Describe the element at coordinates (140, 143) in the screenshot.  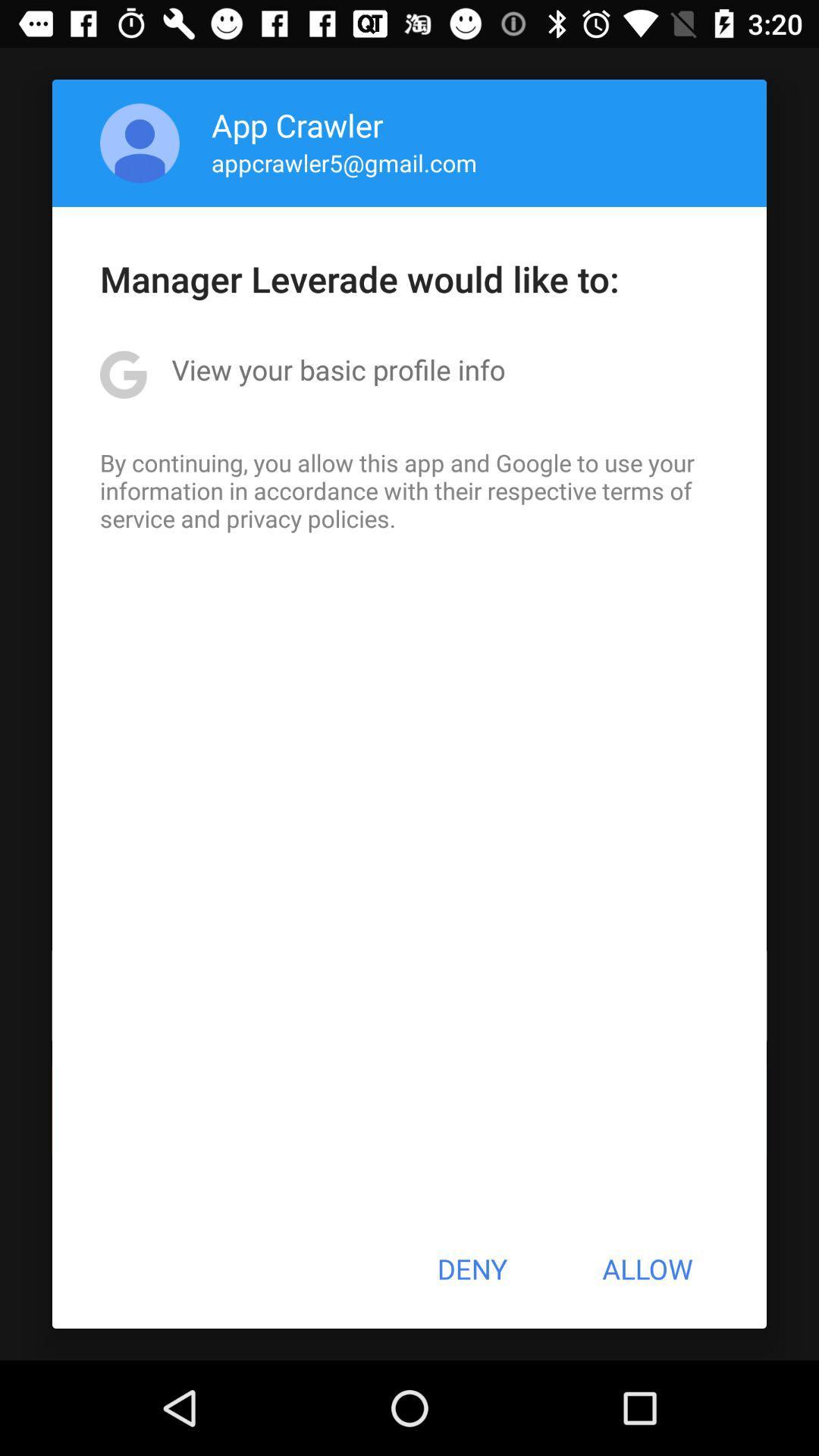
I see `the app to the left of app crawler item` at that location.